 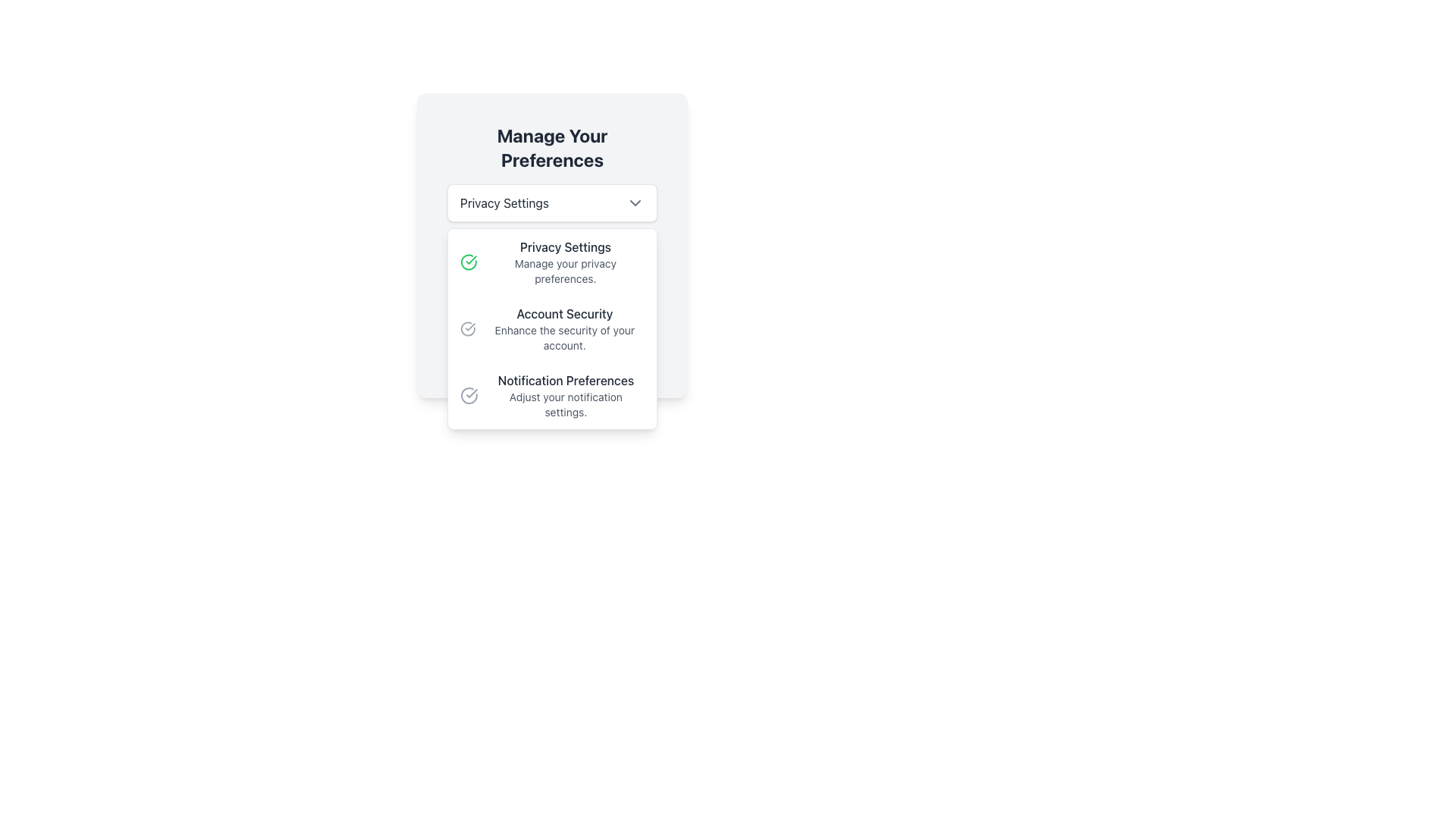 I want to click on the check mark icon representing the selected state for 'Privacy Settings', indicating it is the active choice, so click(x=471, y=393).